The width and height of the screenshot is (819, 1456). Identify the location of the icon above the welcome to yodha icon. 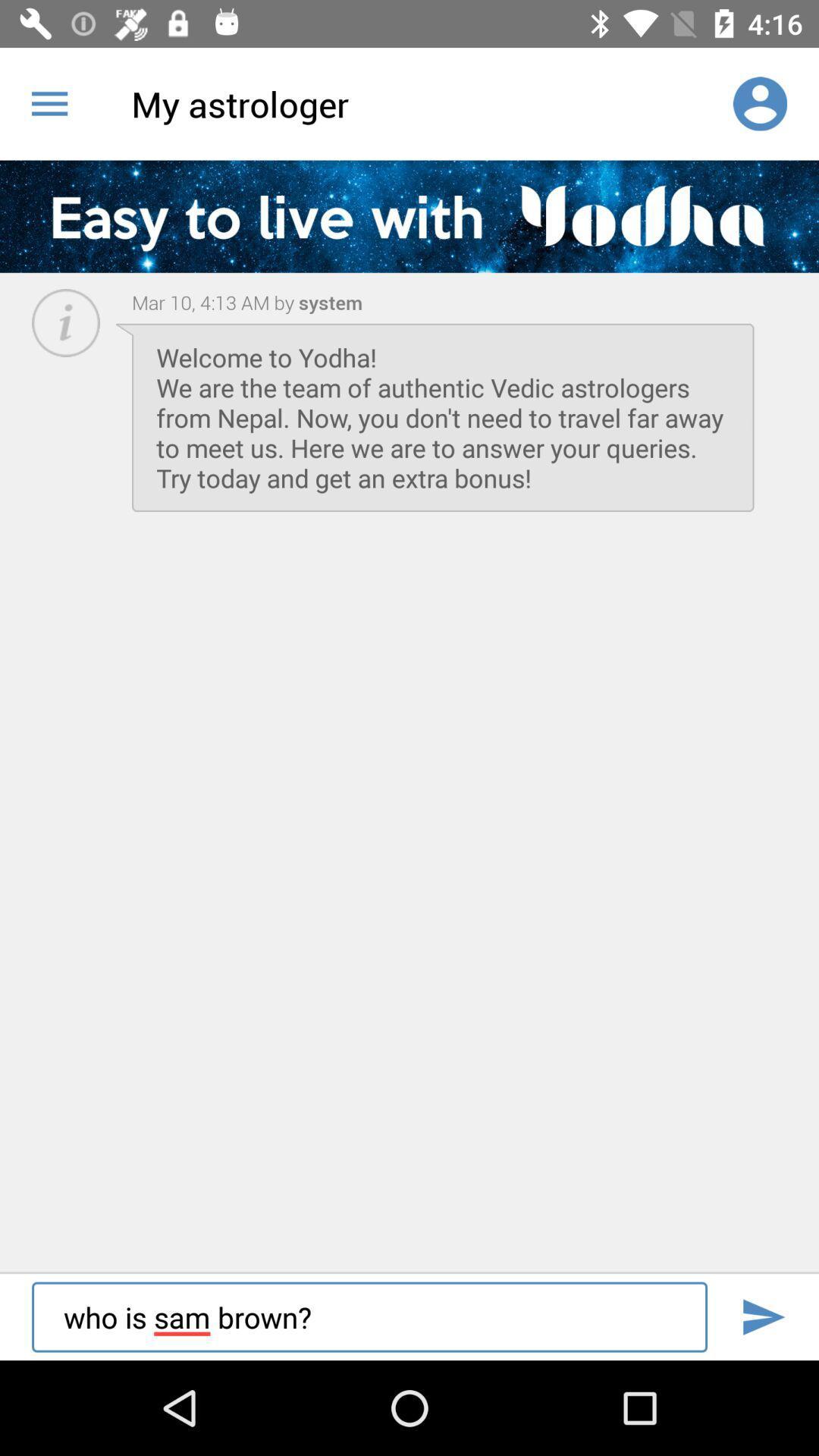
(328, 302).